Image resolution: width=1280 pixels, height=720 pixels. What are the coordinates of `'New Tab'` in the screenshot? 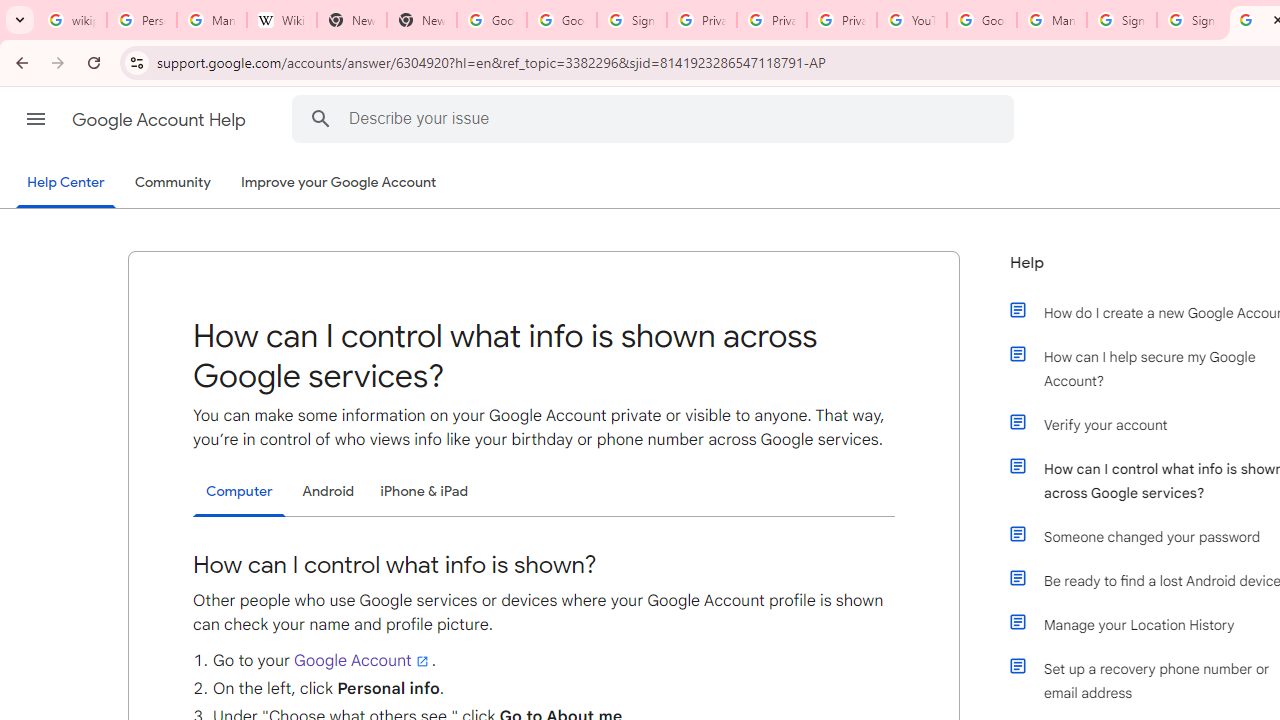 It's located at (420, 20).